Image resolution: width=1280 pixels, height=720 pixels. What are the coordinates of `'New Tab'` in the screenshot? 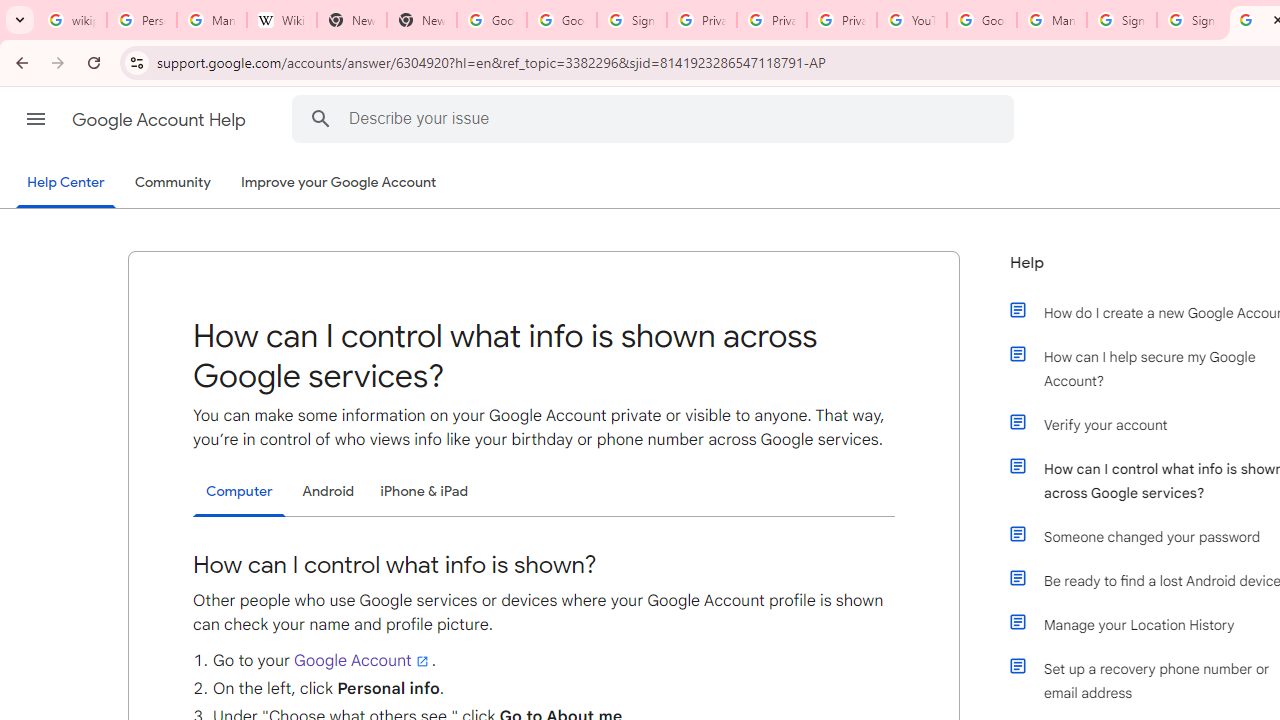 It's located at (420, 20).